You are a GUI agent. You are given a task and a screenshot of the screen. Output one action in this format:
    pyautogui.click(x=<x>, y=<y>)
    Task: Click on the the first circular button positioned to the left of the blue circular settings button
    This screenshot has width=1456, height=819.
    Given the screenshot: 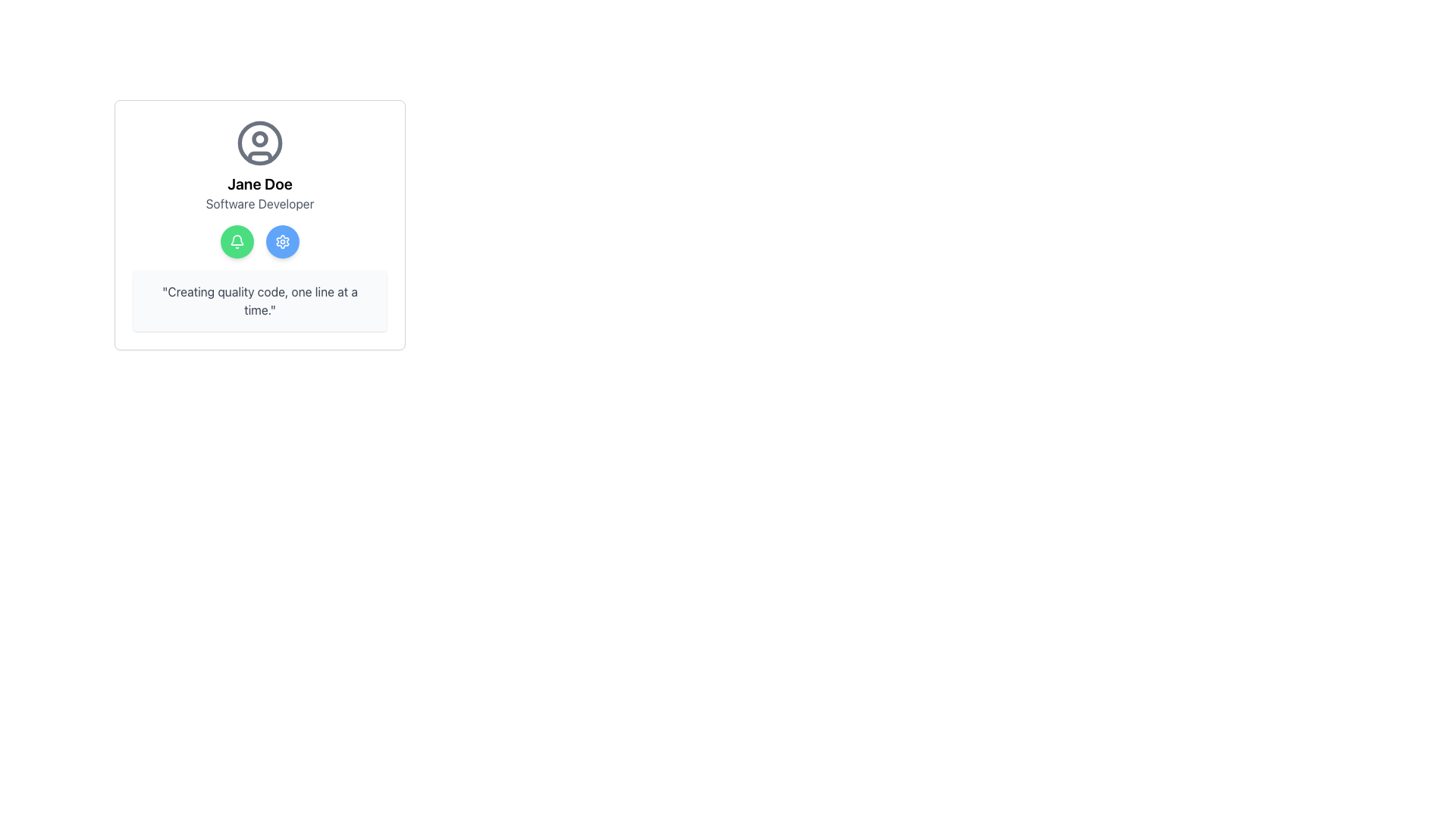 What is the action you would take?
    pyautogui.click(x=236, y=241)
    